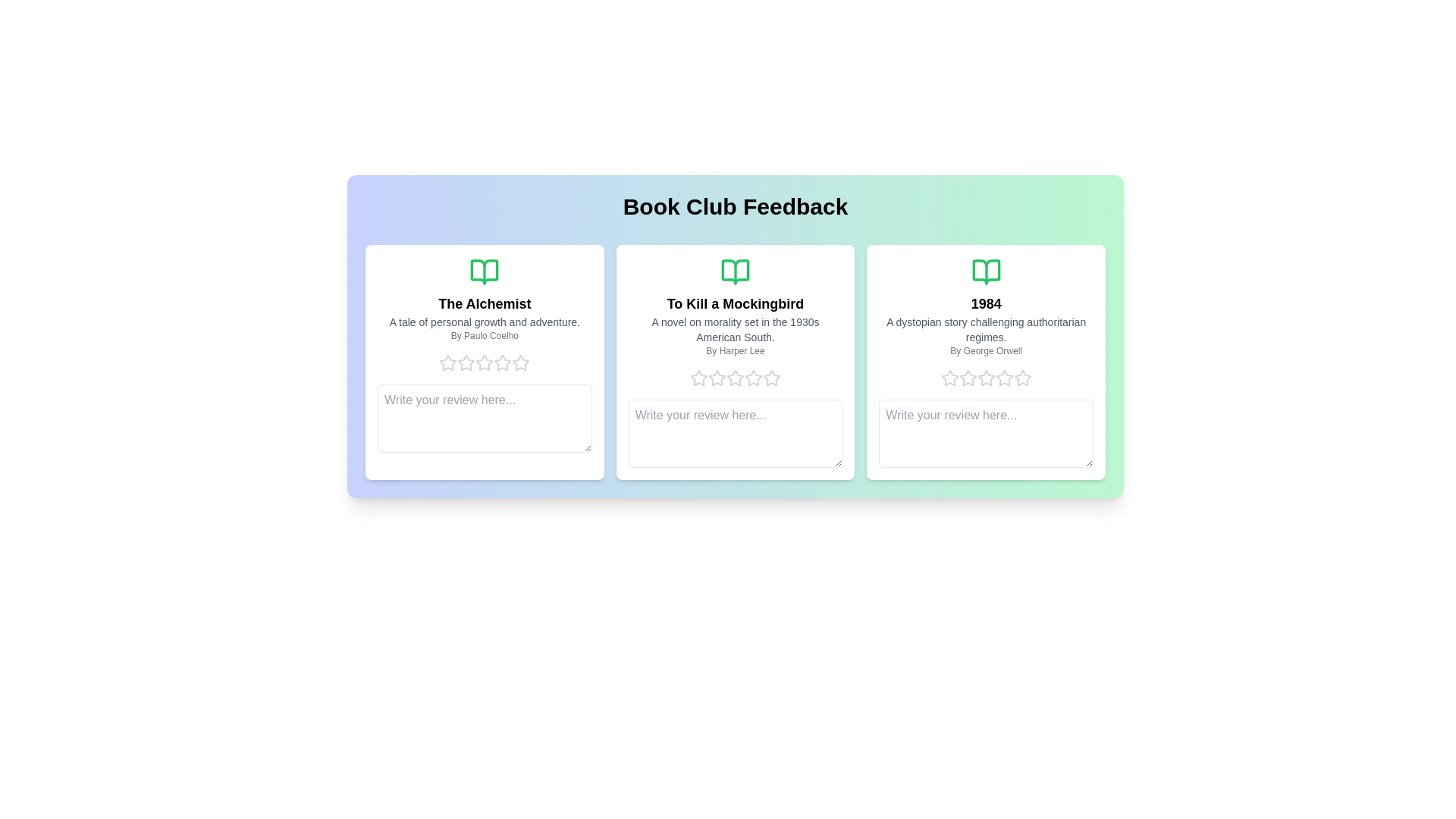 This screenshot has height=819, width=1456. What do you see at coordinates (503, 362) in the screenshot?
I see `the fourth star icon button for rating located below the title 'The Alchemist'` at bounding box center [503, 362].